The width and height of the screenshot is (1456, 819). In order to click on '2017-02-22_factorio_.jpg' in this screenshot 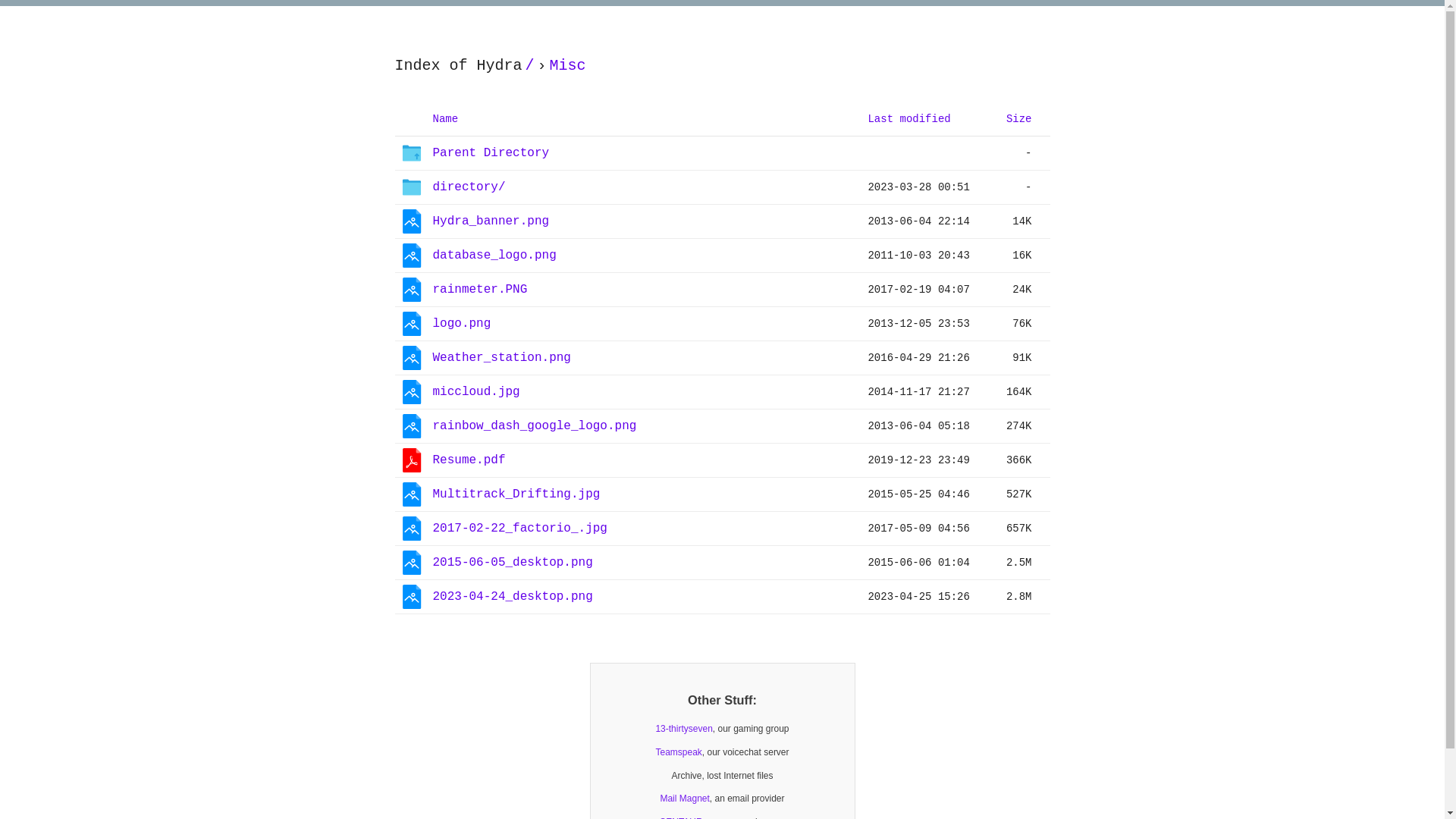, I will do `click(519, 528)`.